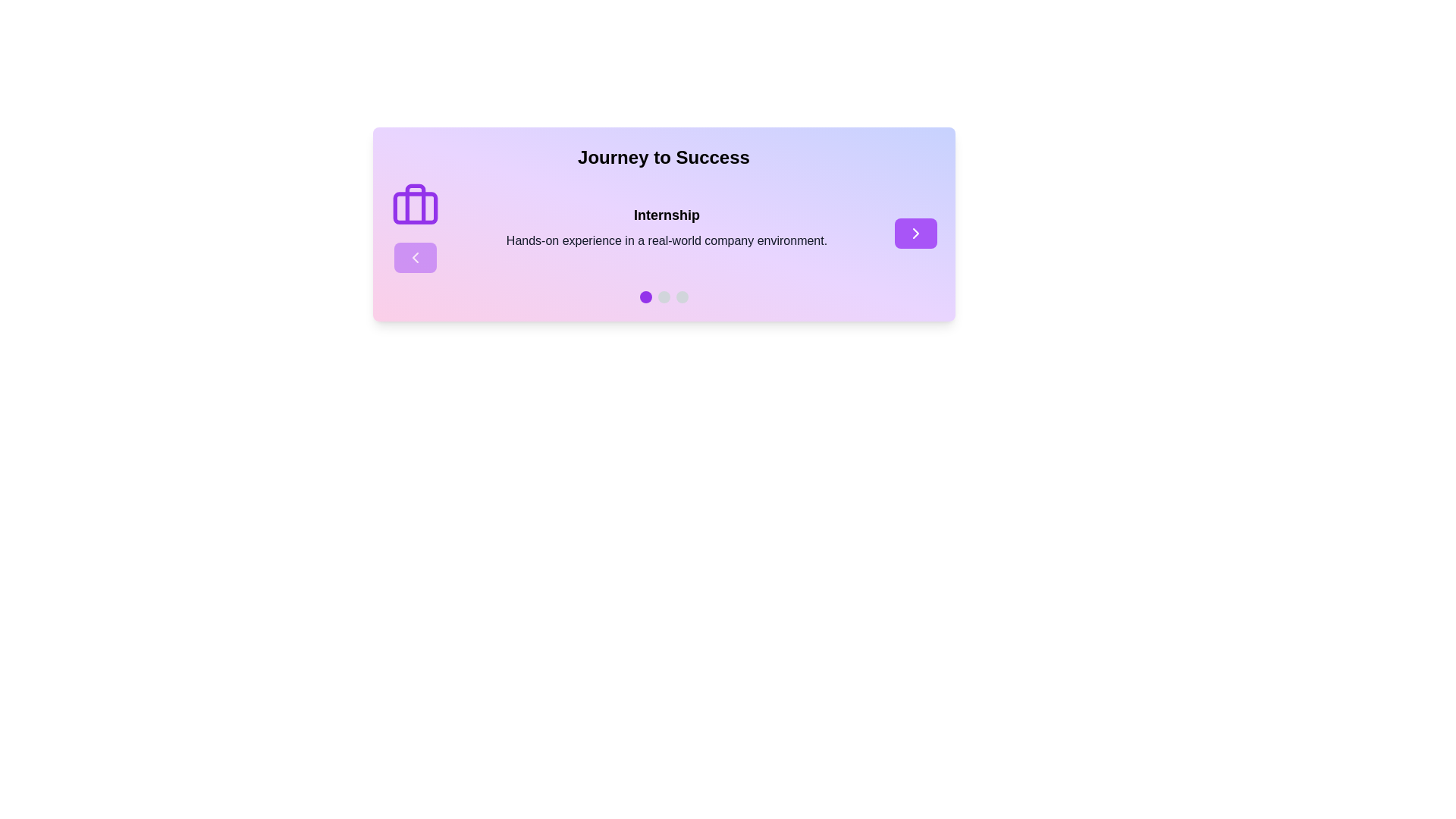 The height and width of the screenshot is (819, 1456). What do you see at coordinates (415, 203) in the screenshot?
I see `the narrow vertical rectangle icon that represents the handle of the briefcase icon, centrally positioned within the briefcase graphic on the left side of the card element` at bounding box center [415, 203].